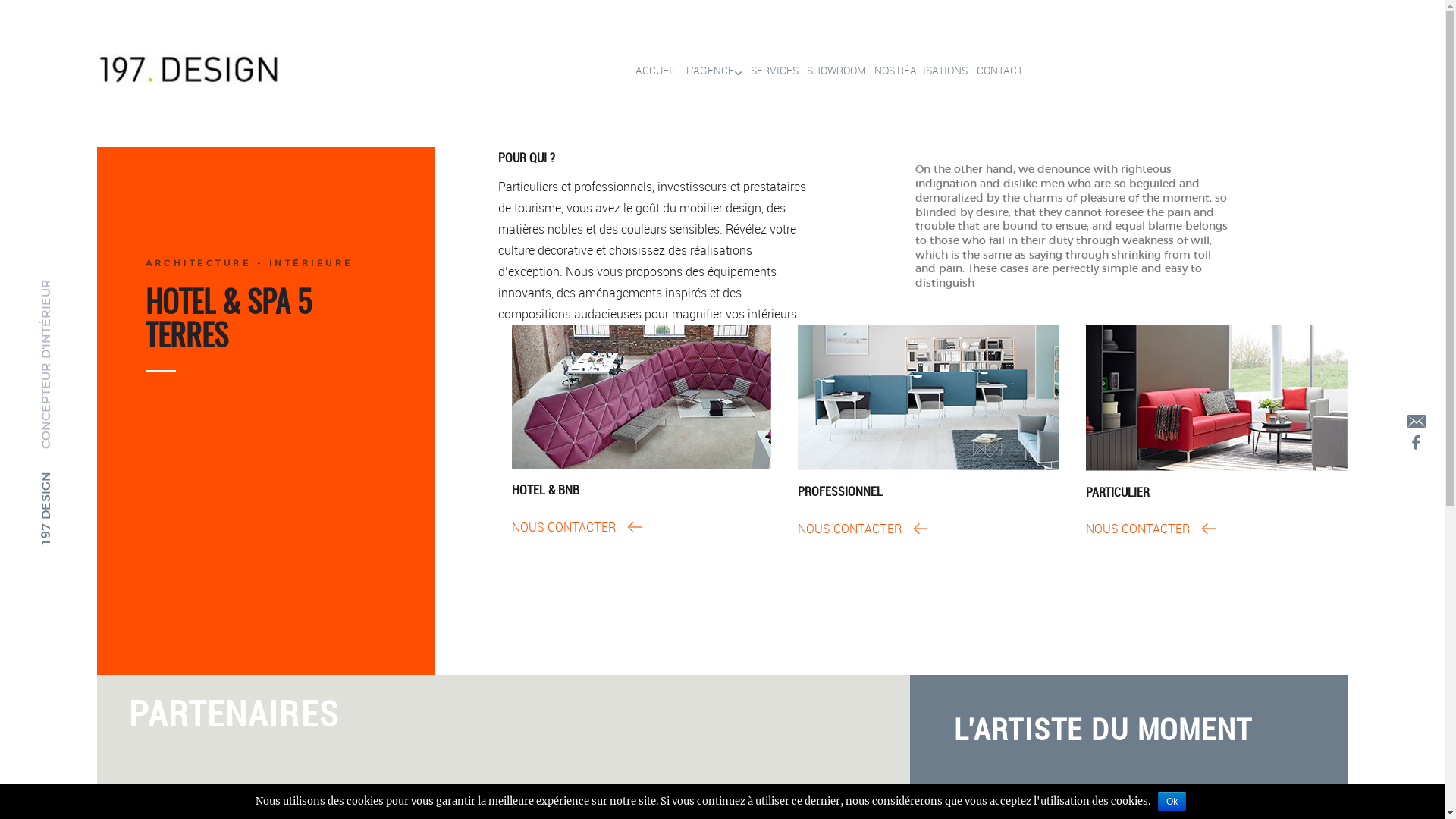 Image resolution: width=1456 pixels, height=819 pixels. What do you see at coordinates (862, 528) in the screenshot?
I see `'NOUS CONTACTER'` at bounding box center [862, 528].